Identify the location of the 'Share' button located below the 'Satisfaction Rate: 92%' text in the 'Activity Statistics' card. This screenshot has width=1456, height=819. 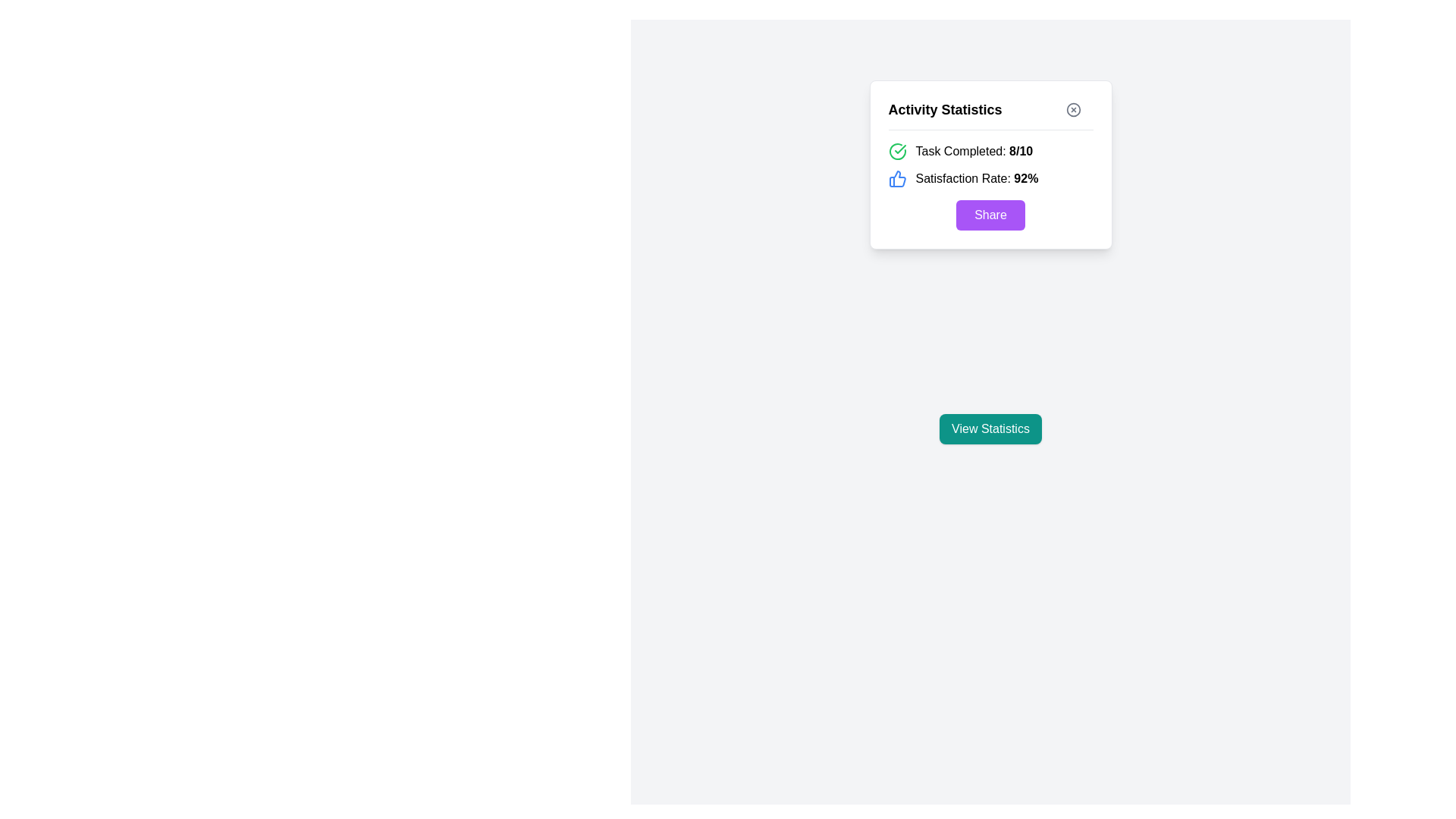
(990, 215).